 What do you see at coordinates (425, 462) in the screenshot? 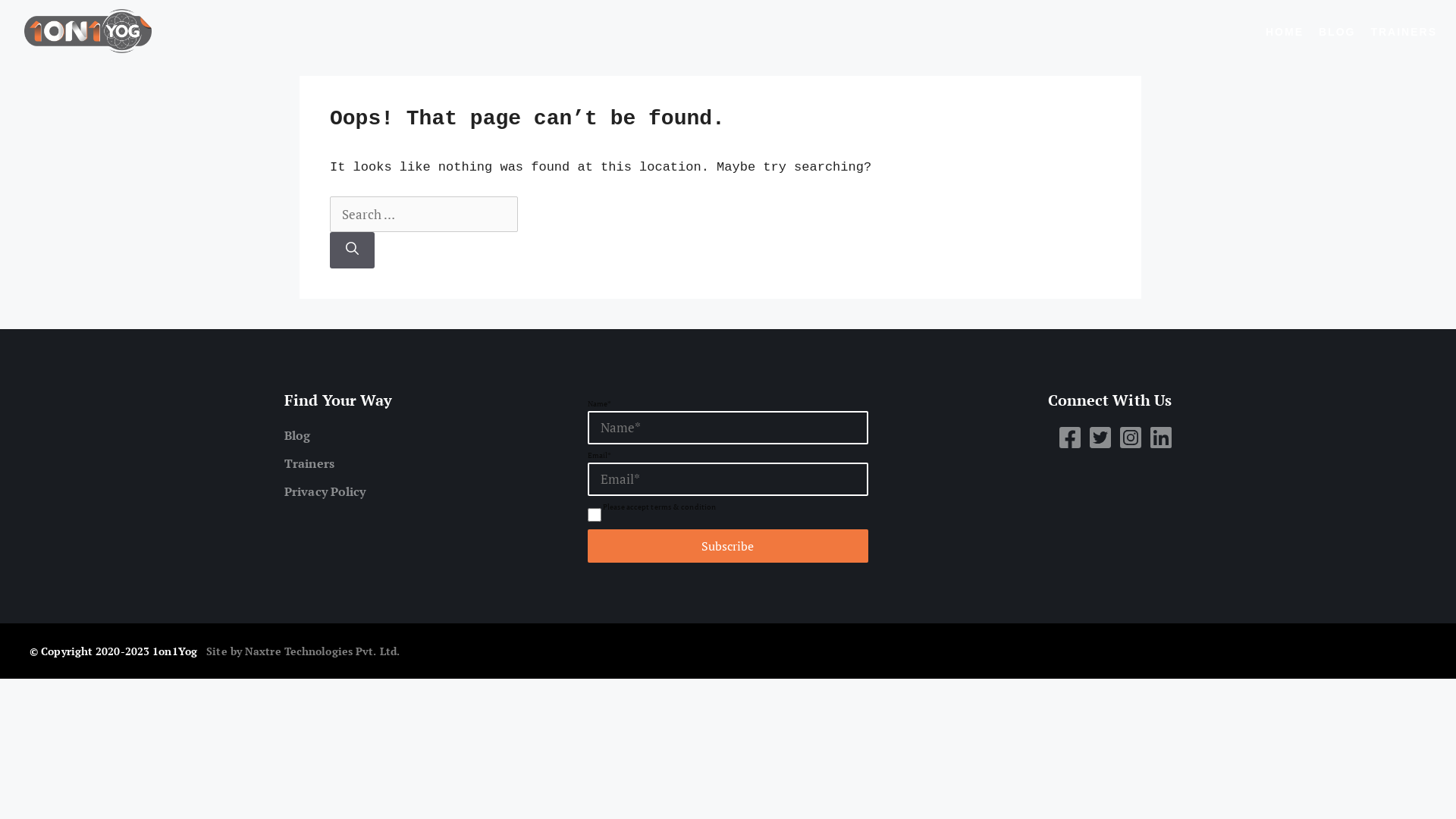
I see `'Trainers'` at bounding box center [425, 462].